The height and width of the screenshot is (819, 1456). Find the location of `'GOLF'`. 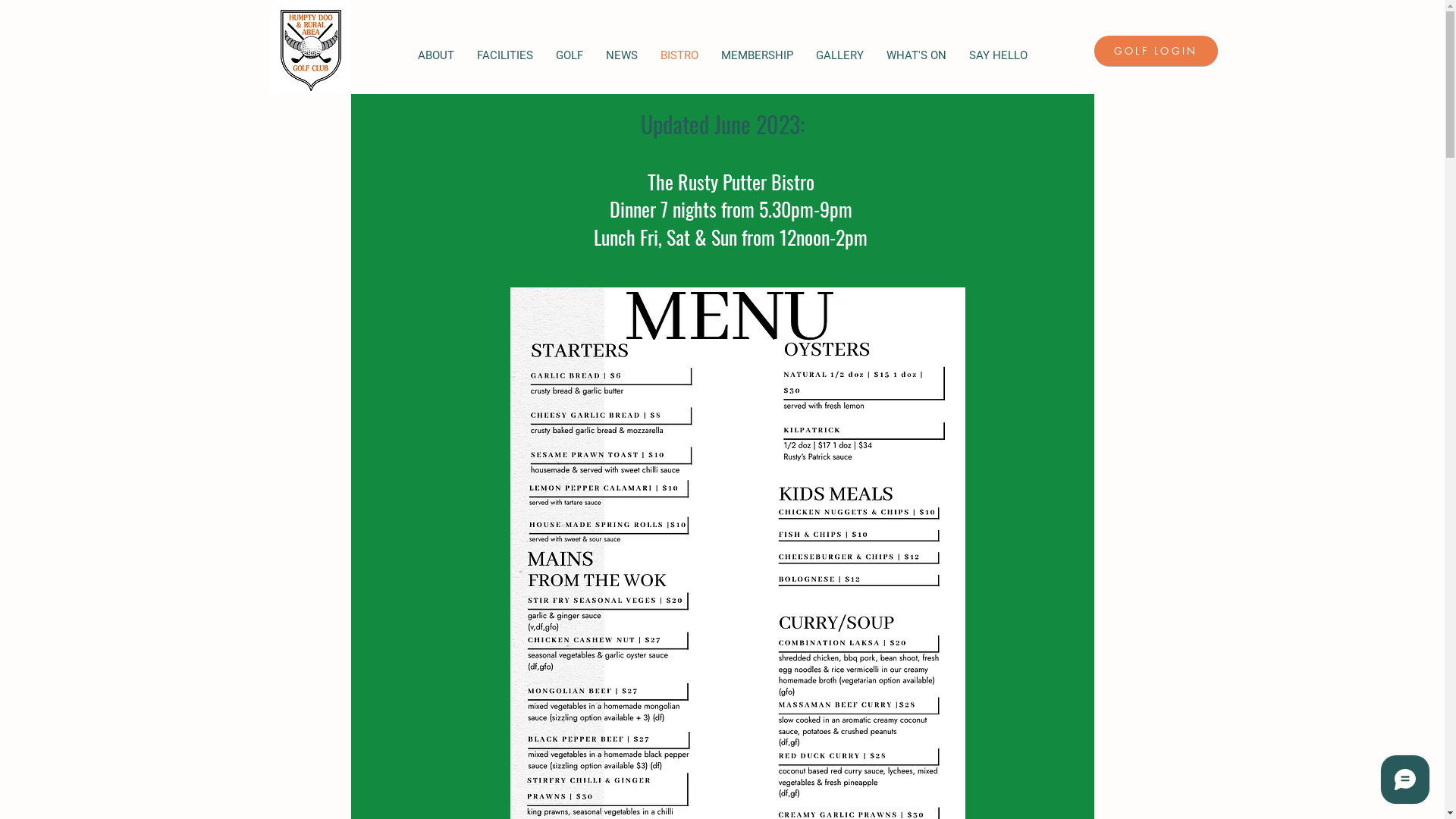

'GOLF' is located at coordinates (544, 55).